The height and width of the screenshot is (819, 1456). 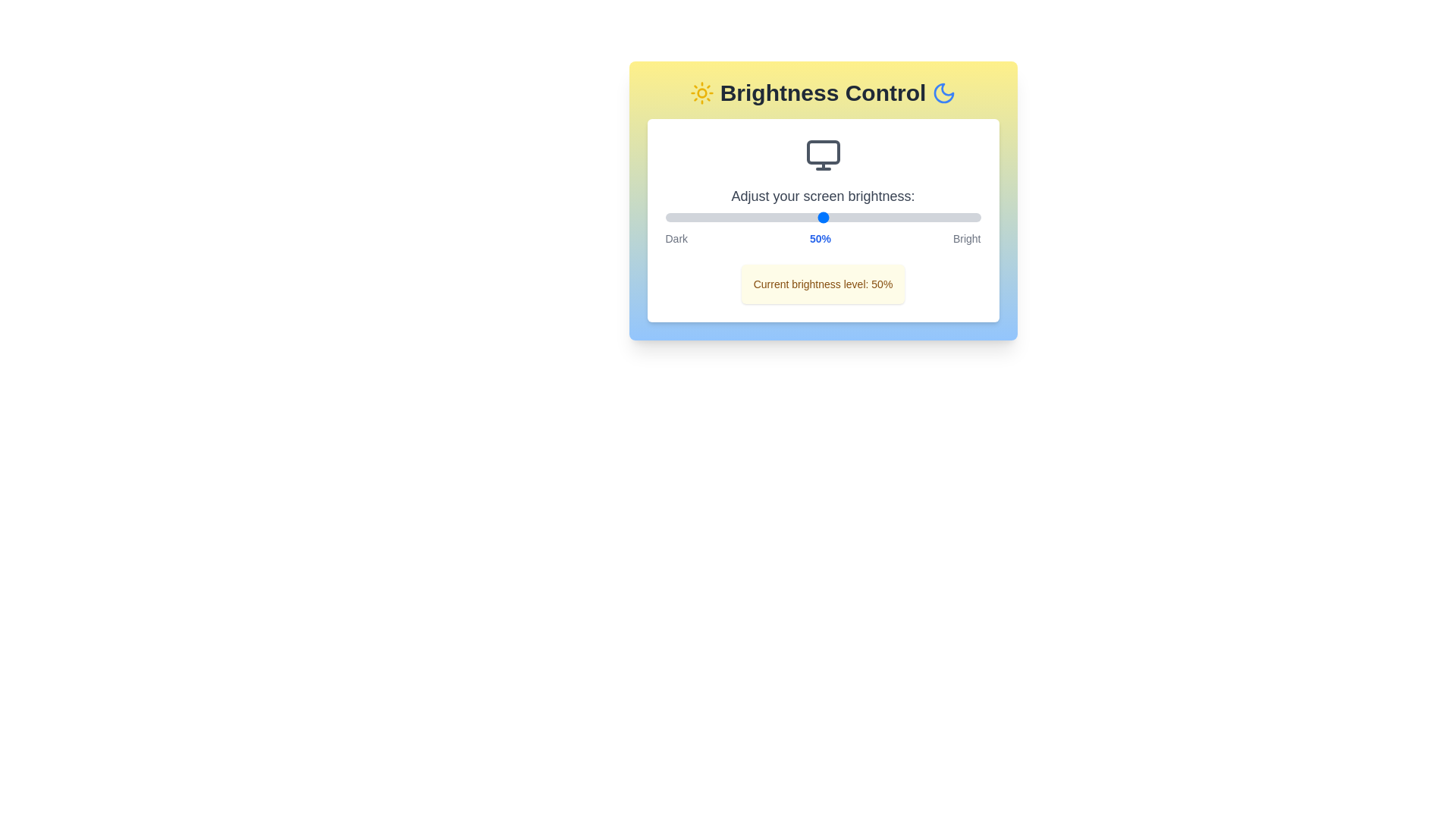 I want to click on the brightness to 16% by interacting with the slider, so click(x=715, y=217).